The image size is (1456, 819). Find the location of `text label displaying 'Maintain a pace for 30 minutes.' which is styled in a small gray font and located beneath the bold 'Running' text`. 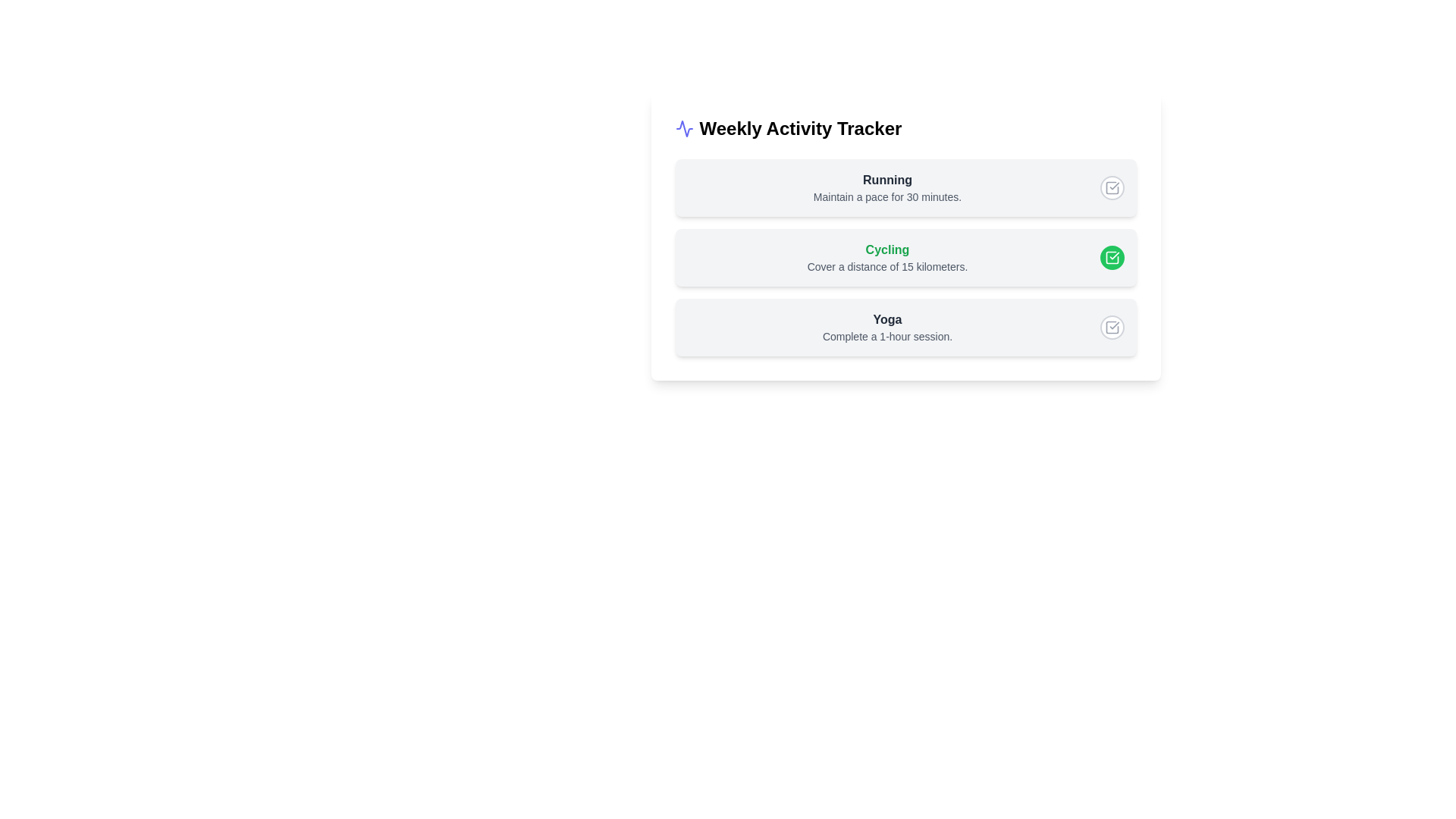

text label displaying 'Maintain a pace for 30 minutes.' which is styled in a small gray font and located beneath the bold 'Running' text is located at coordinates (887, 196).